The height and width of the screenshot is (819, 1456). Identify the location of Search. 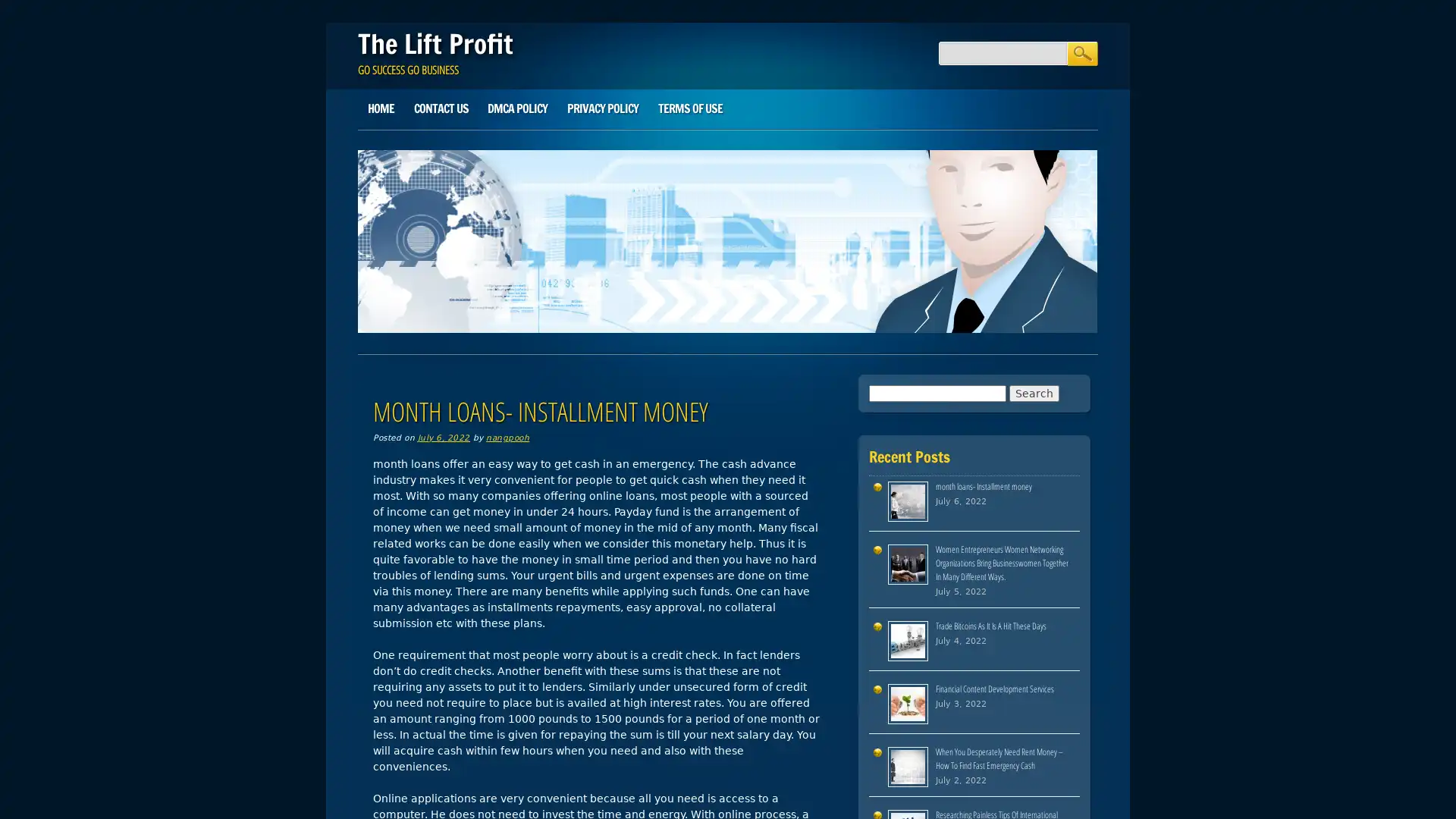
(1033, 391).